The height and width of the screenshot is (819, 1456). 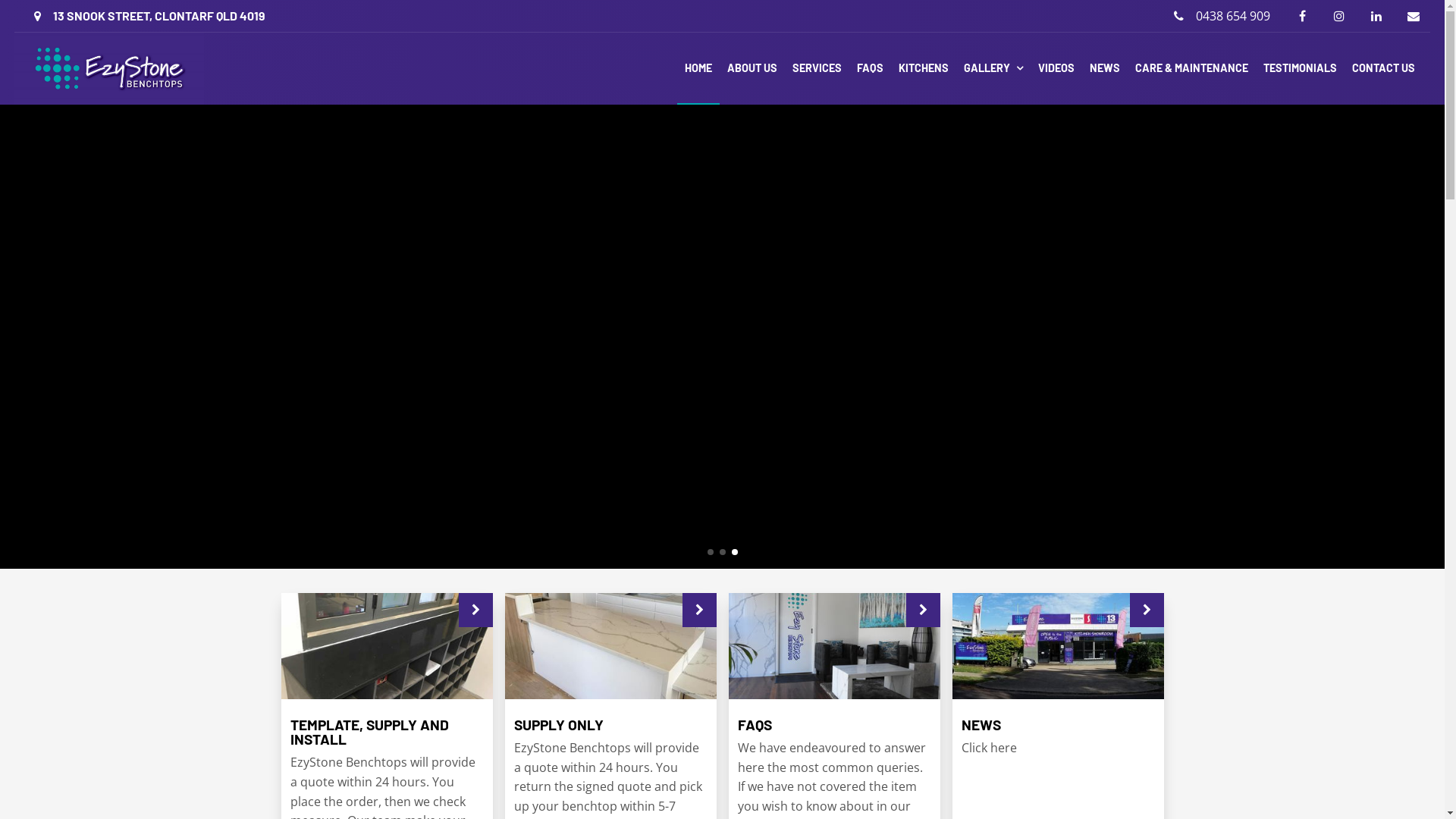 I want to click on 'NEWS', so click(x=1105, y=68).